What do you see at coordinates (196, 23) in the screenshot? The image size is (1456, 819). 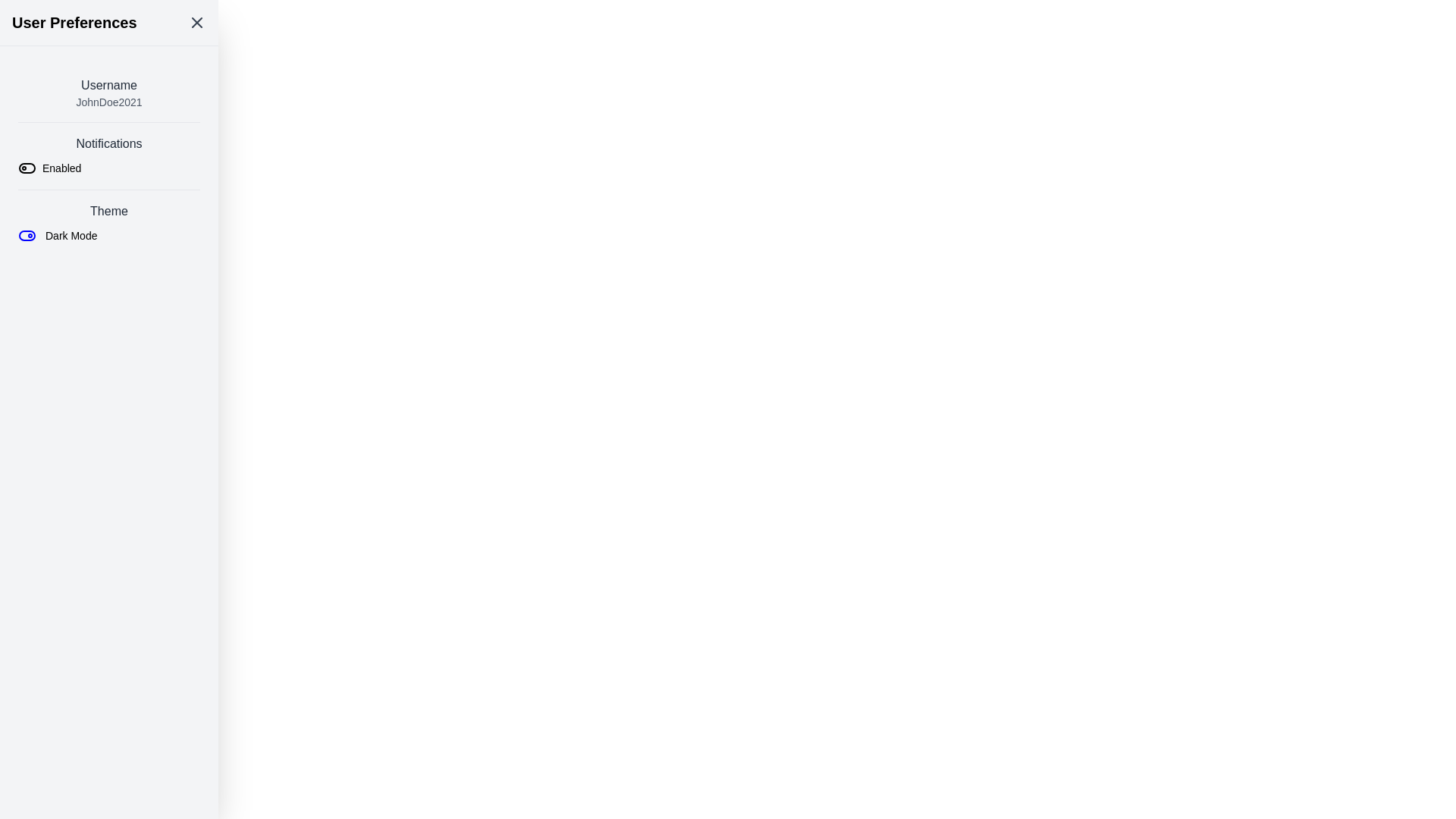 I see `the 'X' Close Button Icon located in the top-right corner of the 'User Preferences' sidebar` at bounding box center [196, 23].